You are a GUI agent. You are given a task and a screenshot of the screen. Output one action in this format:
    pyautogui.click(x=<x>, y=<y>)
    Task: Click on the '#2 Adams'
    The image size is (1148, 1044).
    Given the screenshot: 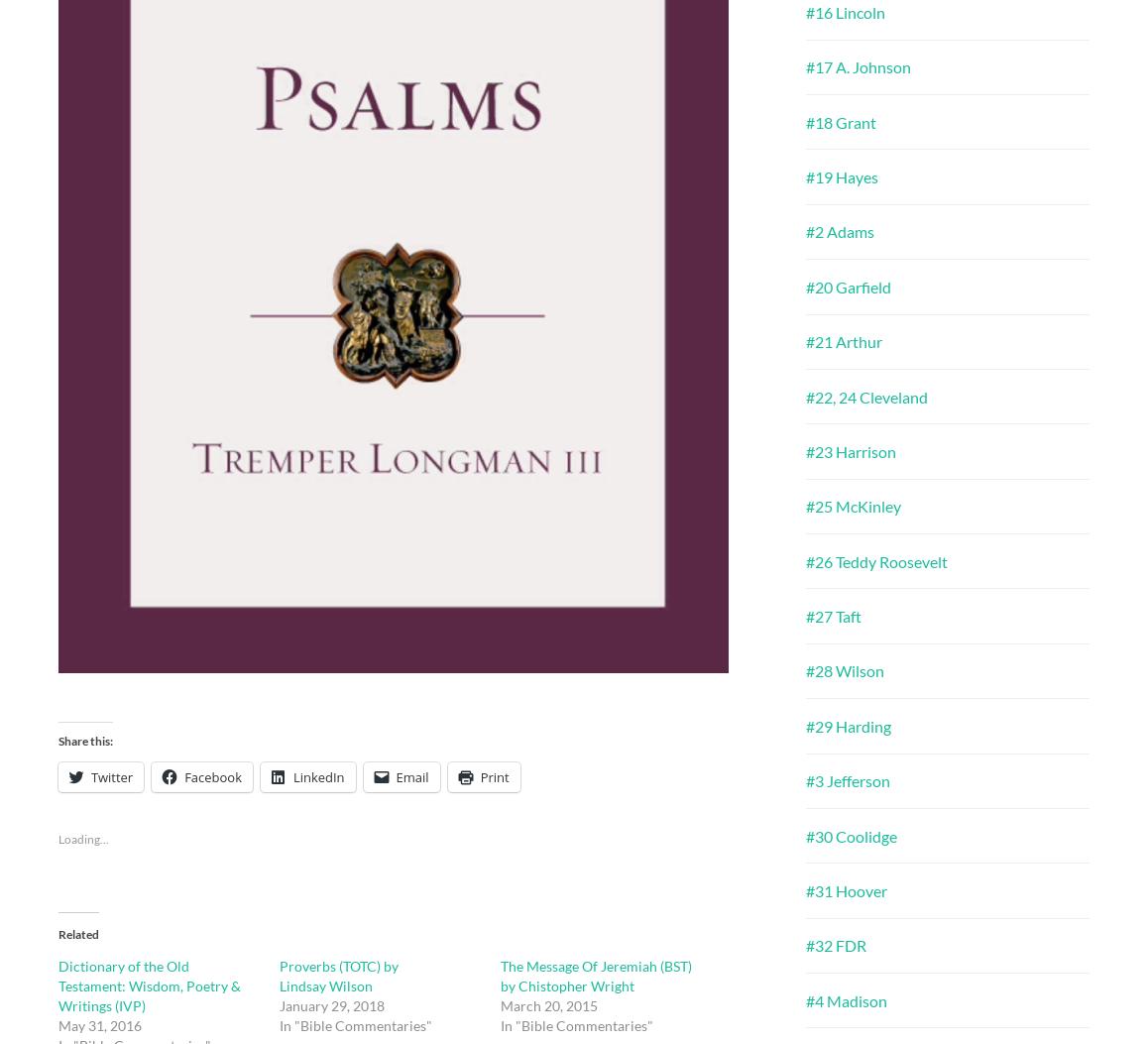 What is the action you would take?
    pyautogui.click(x=805, y=231)
    